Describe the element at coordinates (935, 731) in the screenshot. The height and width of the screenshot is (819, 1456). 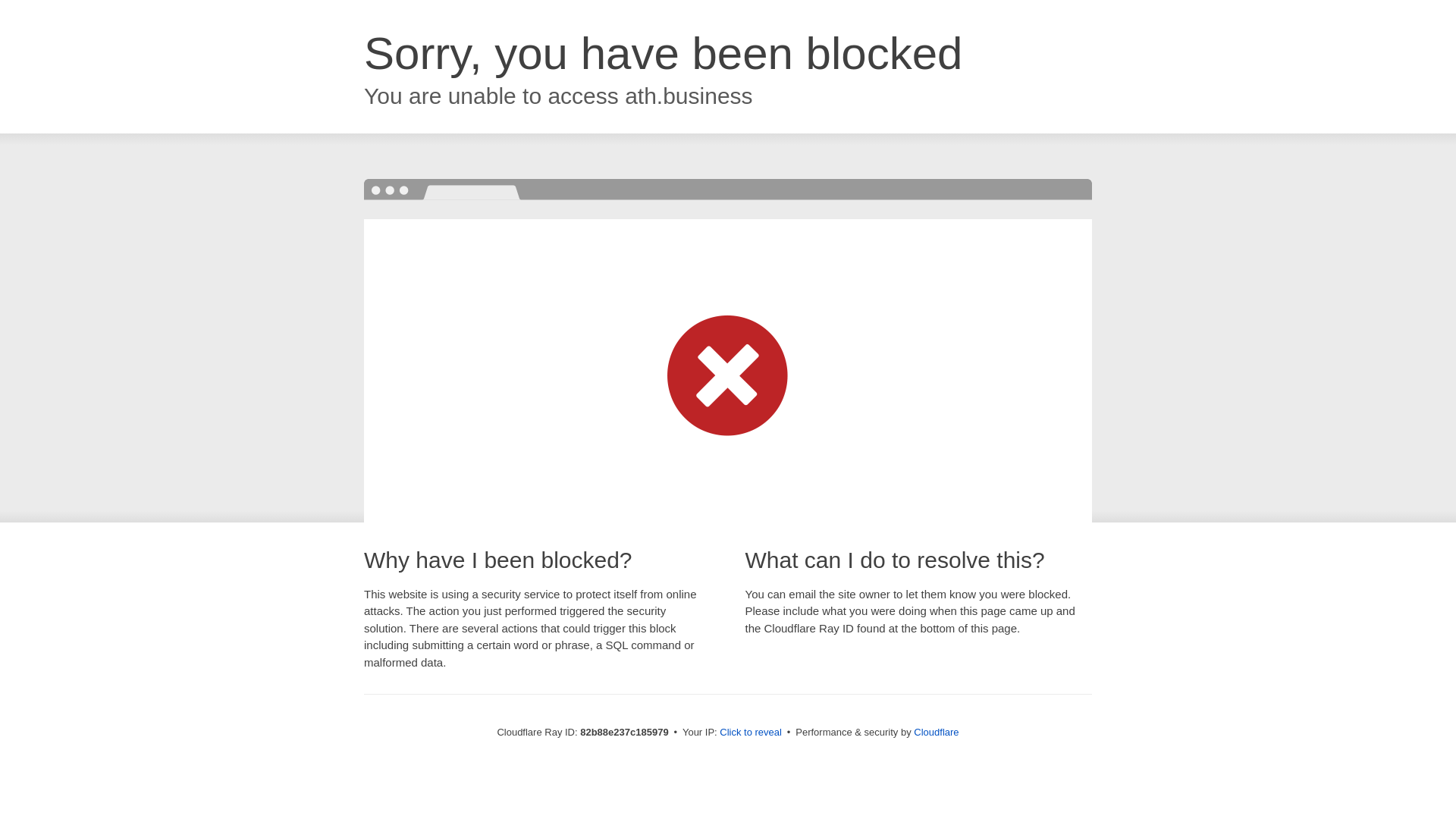
I see `'Cloudflare'` at that location.